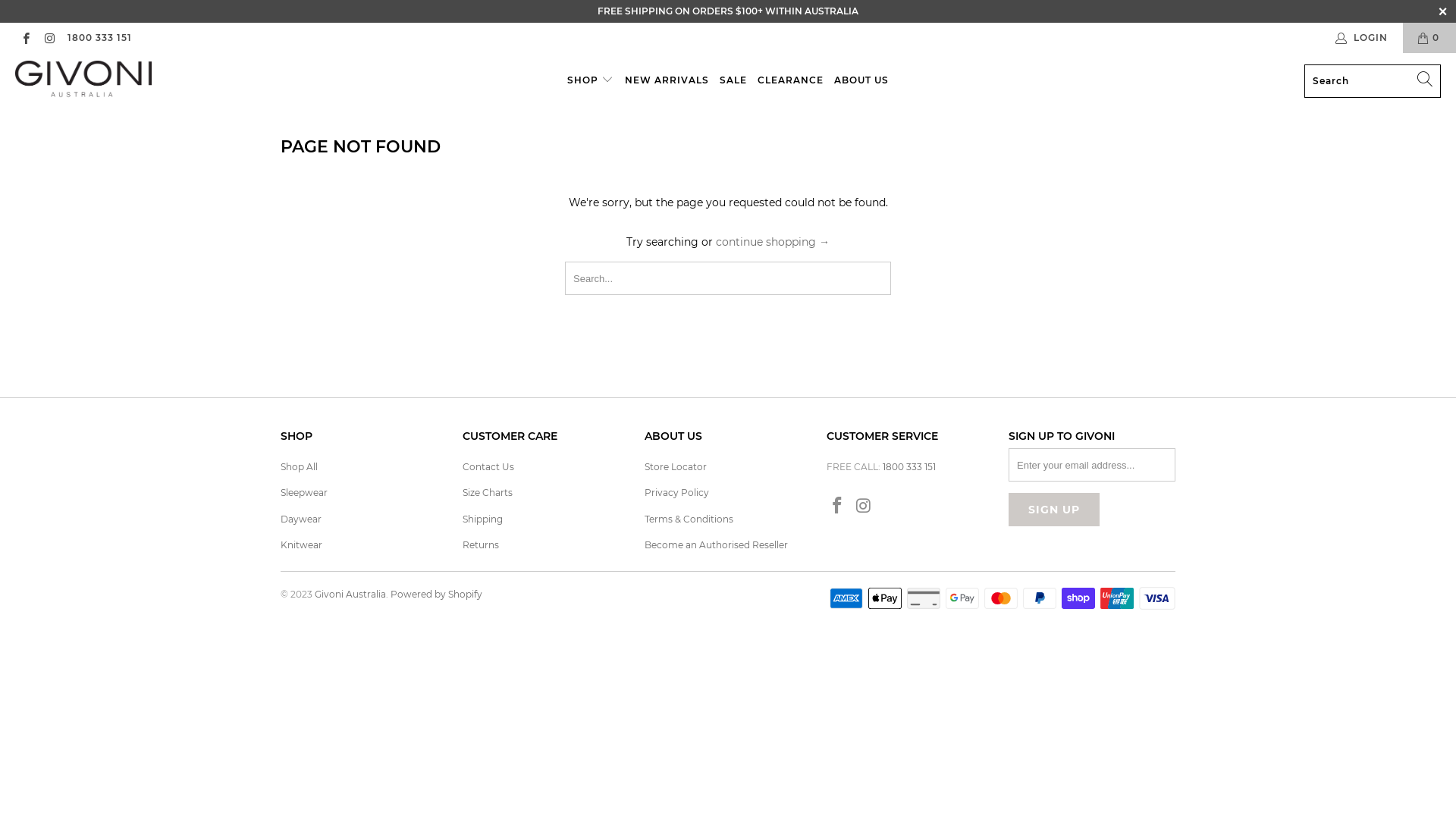 The height and width of the screenshot is (819, 1456). Describe the element at coordinates (303, 492) in the screenshot. I see `'Sleepwear'` at that location.